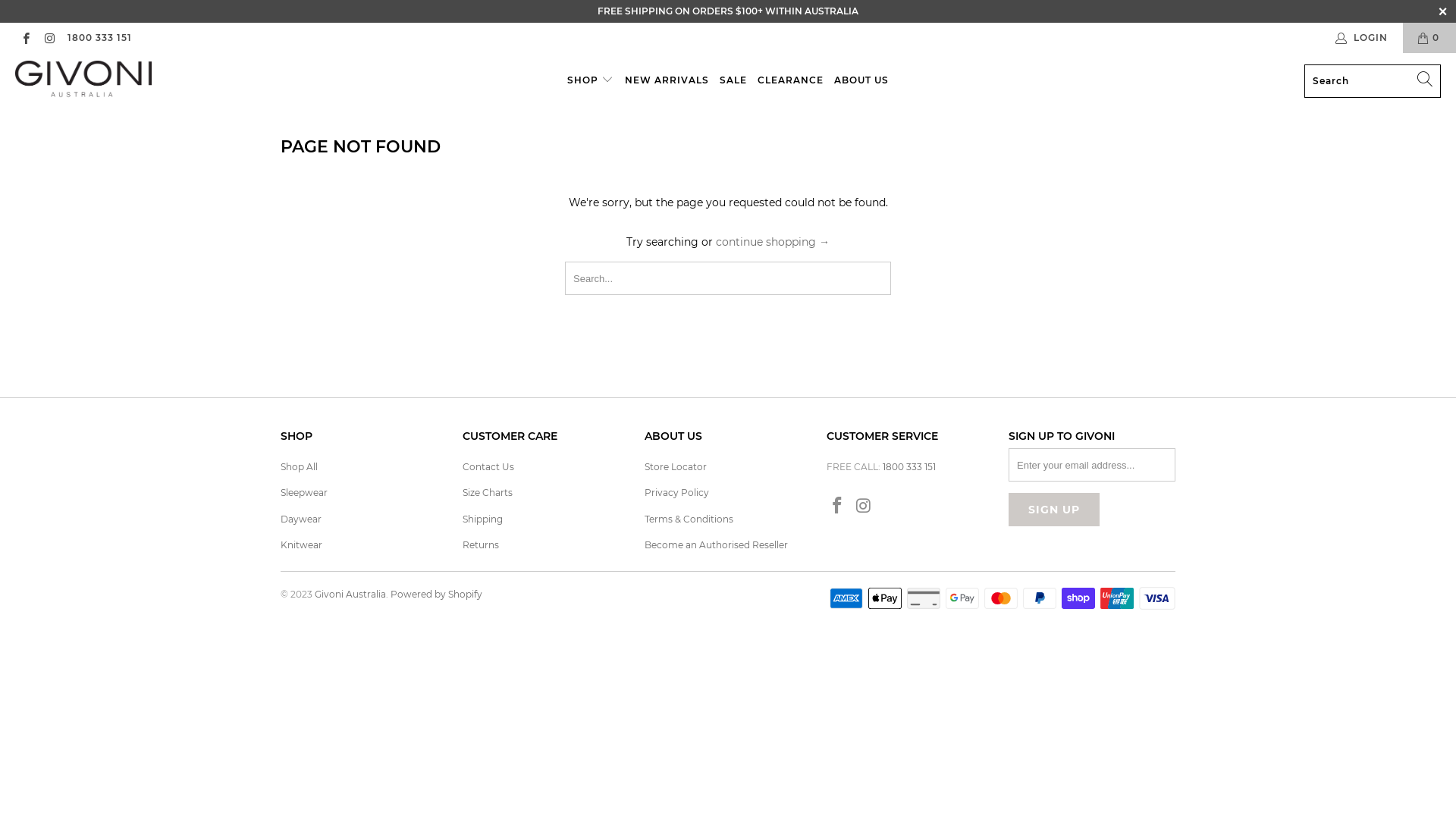 The height and width of the screenshot is (819, 1456). Describe the element at coordinates (303, 492) in the screenshot. I see `'Sleepwear'` at that location.